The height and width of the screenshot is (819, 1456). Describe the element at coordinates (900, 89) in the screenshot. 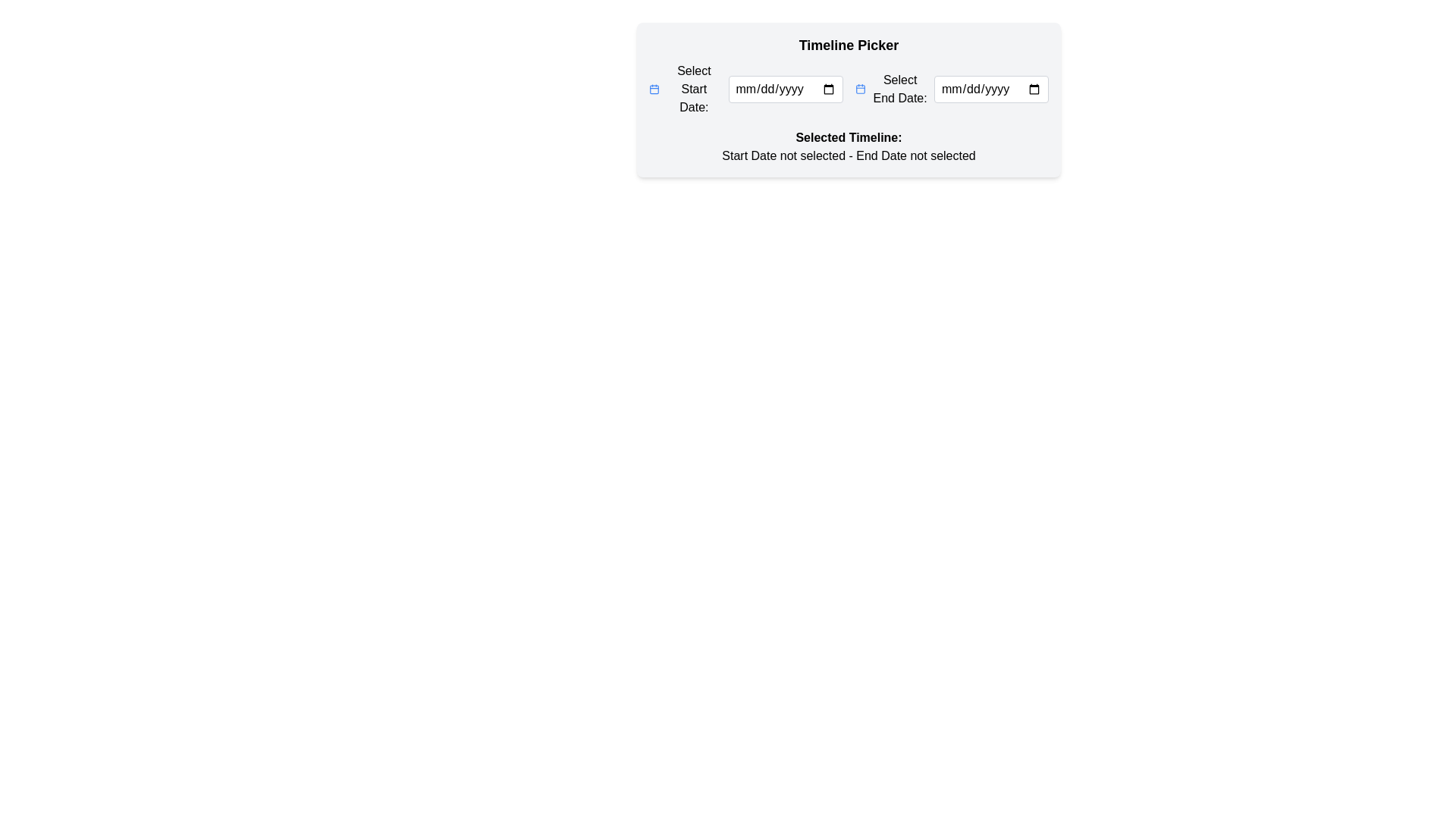

I see `the Text Label indicating the purpose of the adjacent date input field for selecting an end date` at that location.